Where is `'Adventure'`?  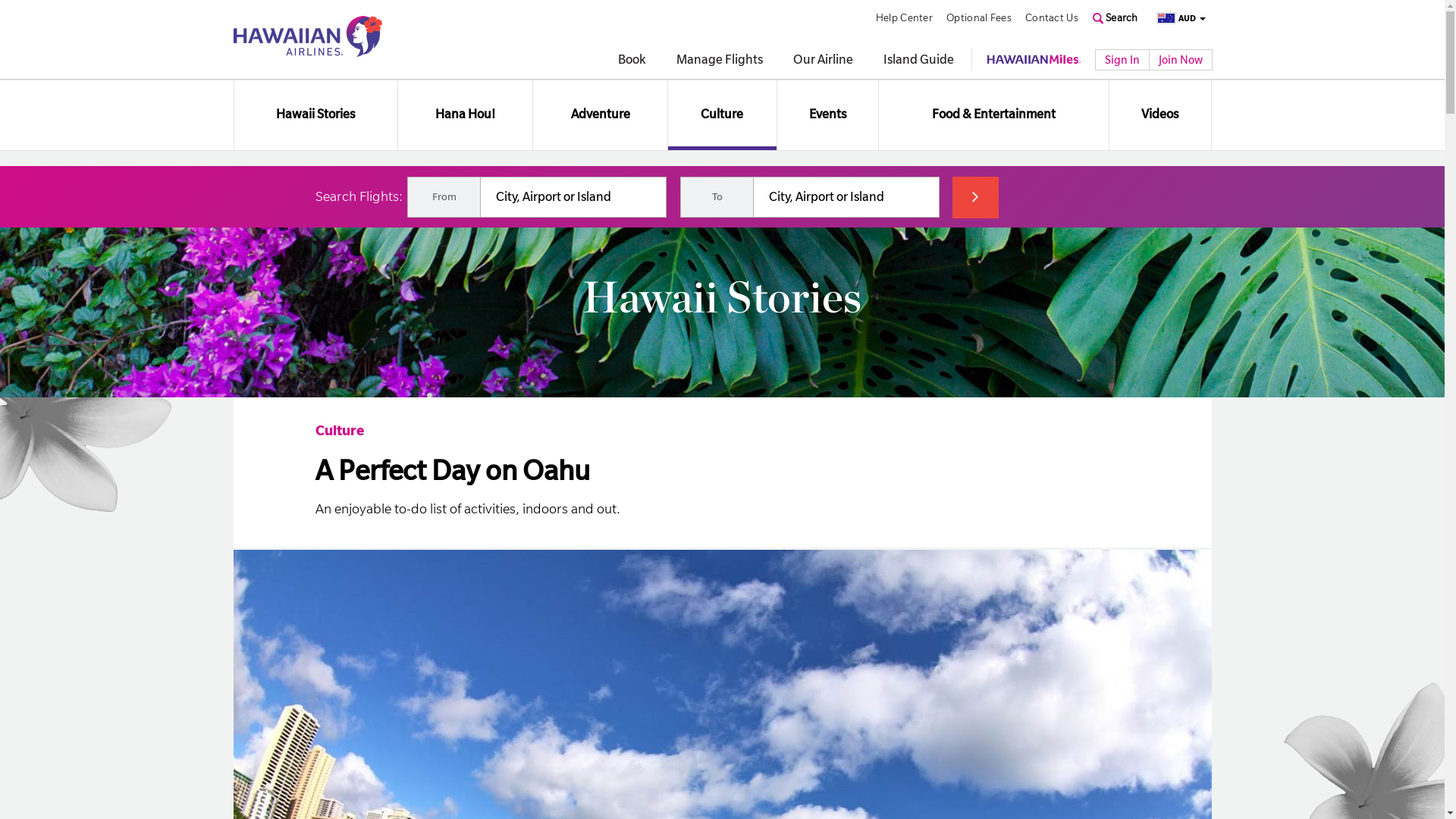
'Adventure' is located at coordinates (599, 114).